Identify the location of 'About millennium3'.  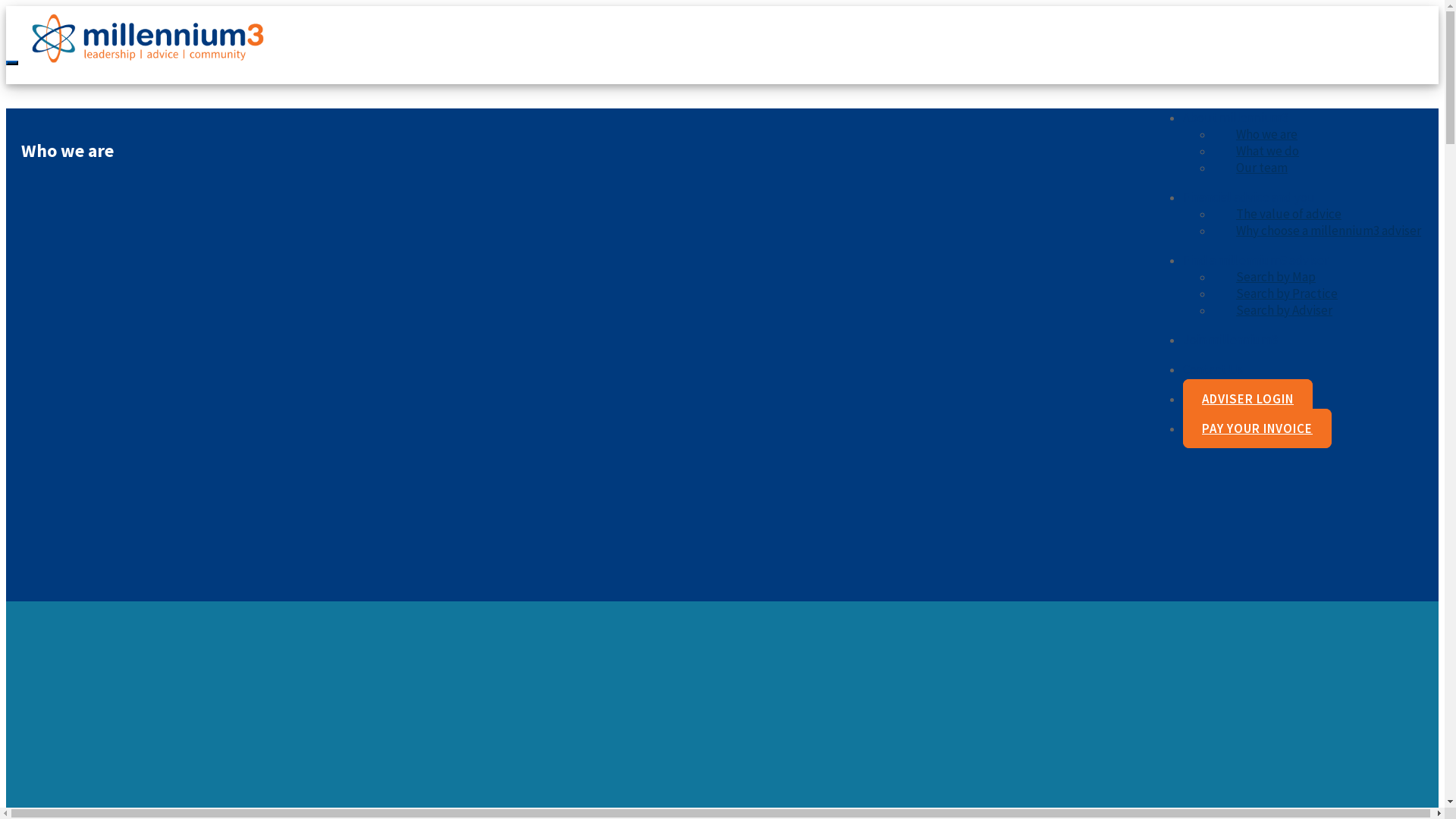
(1235, 116).